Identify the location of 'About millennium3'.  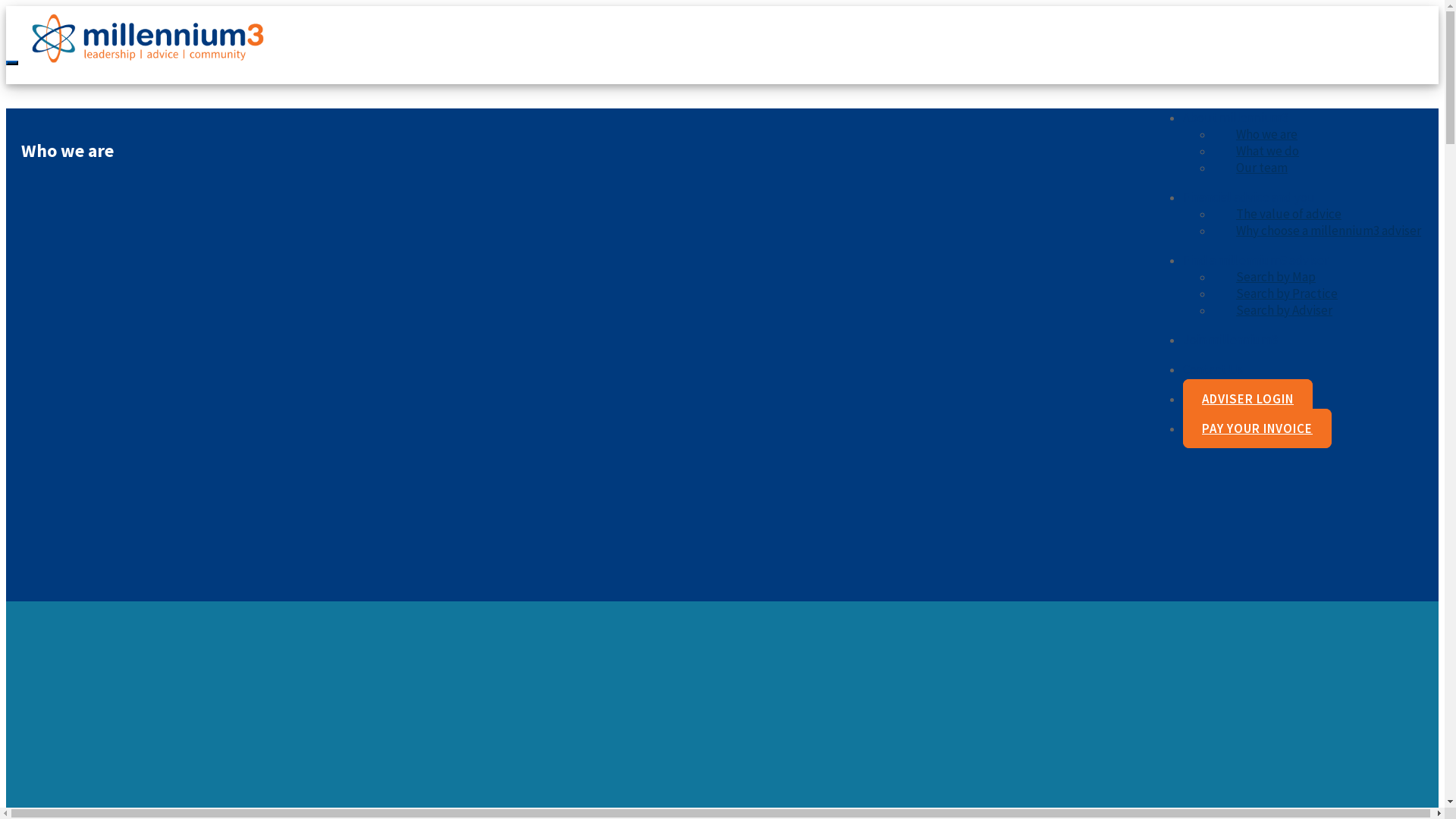
(1235, 116).